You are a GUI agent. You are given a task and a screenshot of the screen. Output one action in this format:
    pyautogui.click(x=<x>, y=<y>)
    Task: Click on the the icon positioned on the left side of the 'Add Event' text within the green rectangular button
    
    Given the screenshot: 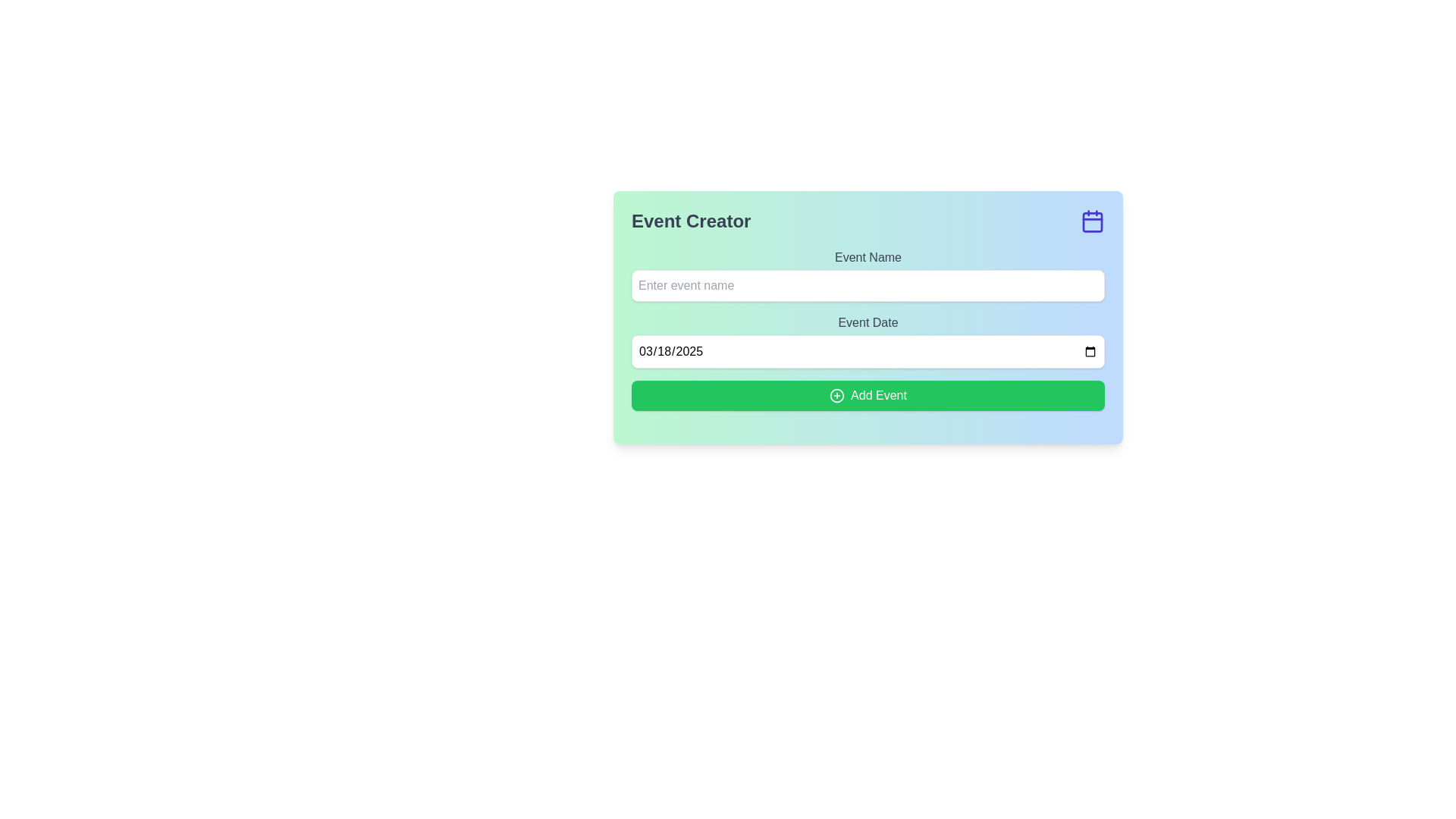 What is the action you would take?
    pyautogui.click(x=836, y=394)
    